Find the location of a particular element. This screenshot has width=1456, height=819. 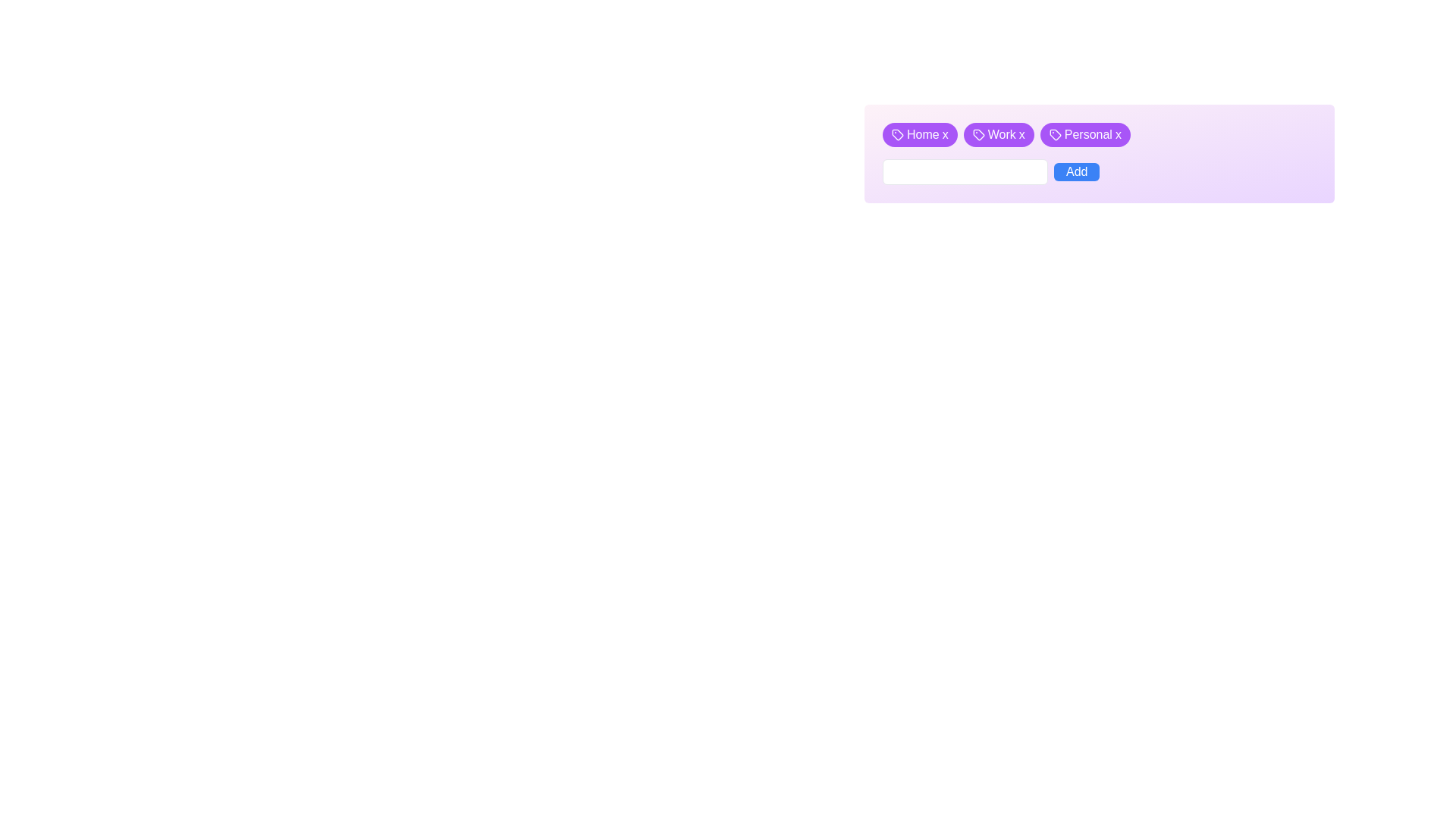

the third tag labeled 'Personal' is located at coordinates (1084, 133).